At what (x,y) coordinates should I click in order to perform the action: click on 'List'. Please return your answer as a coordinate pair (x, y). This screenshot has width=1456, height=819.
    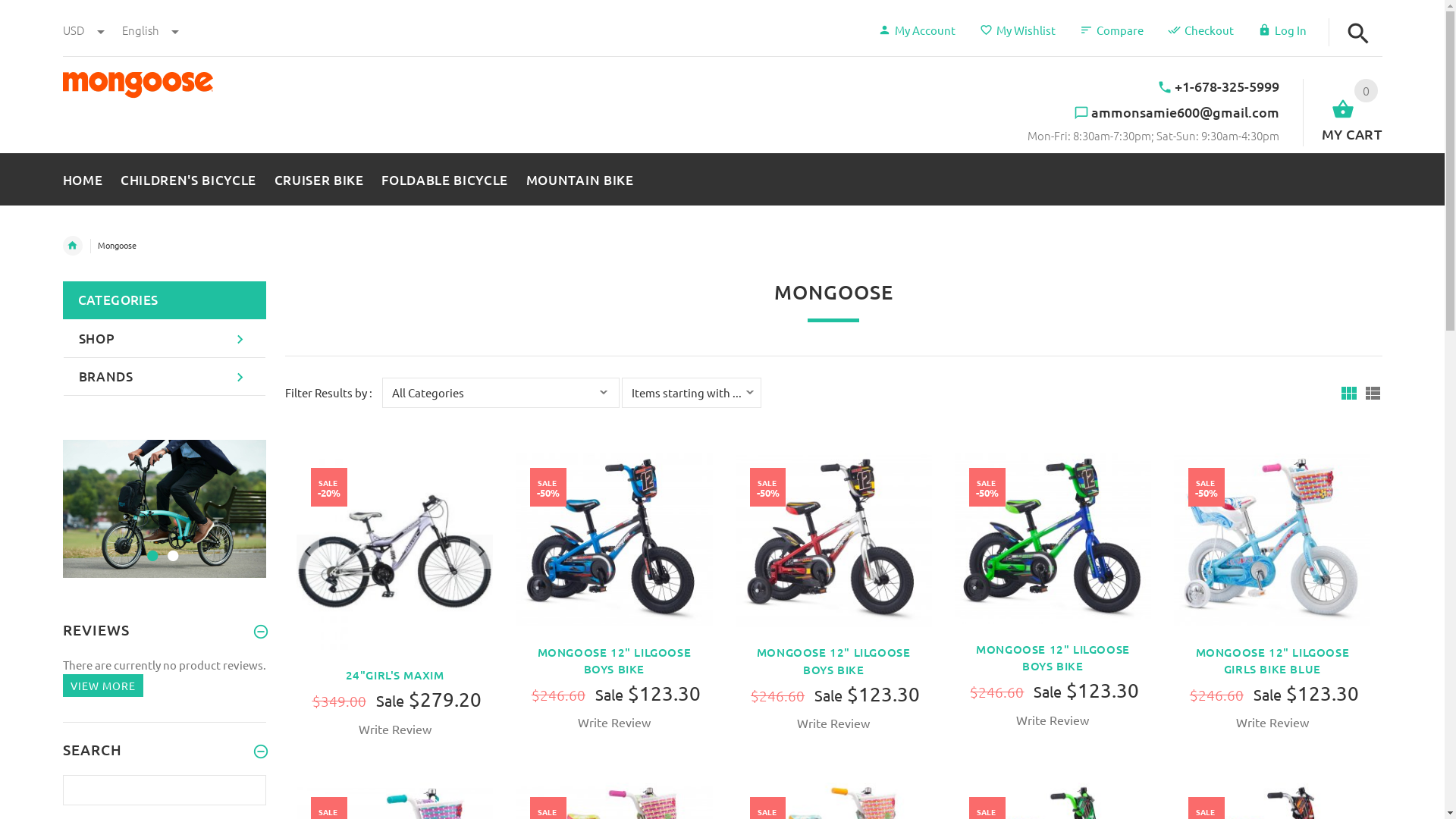
    Looking at the image, I should click on (1372, 392).